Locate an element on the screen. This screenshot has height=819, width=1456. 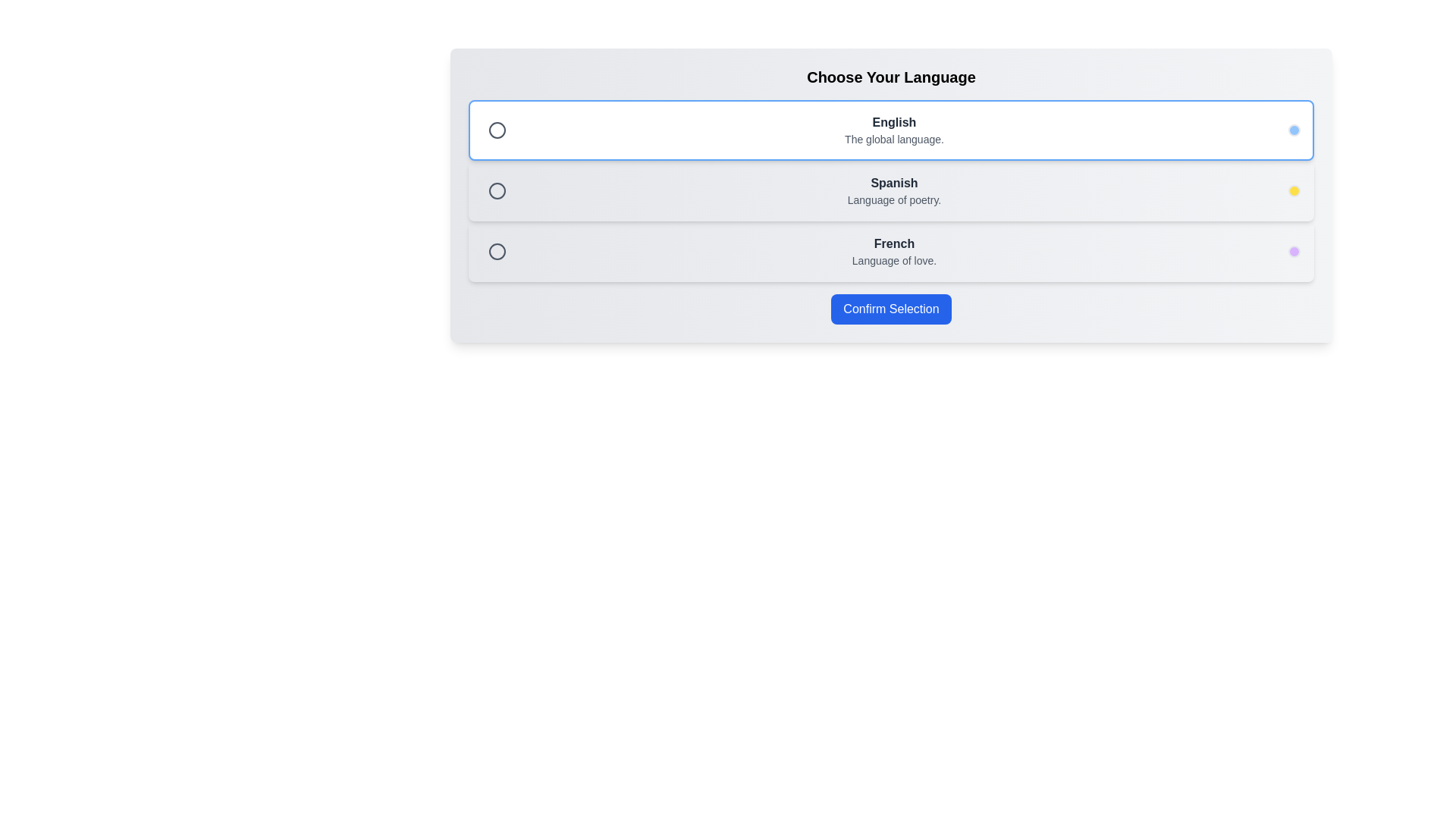
the descriptive text label for the 'Spanish' language option, which is positioned below the bold text 'Spanish' and above the 'French' option is located at coordinates (894, 199).